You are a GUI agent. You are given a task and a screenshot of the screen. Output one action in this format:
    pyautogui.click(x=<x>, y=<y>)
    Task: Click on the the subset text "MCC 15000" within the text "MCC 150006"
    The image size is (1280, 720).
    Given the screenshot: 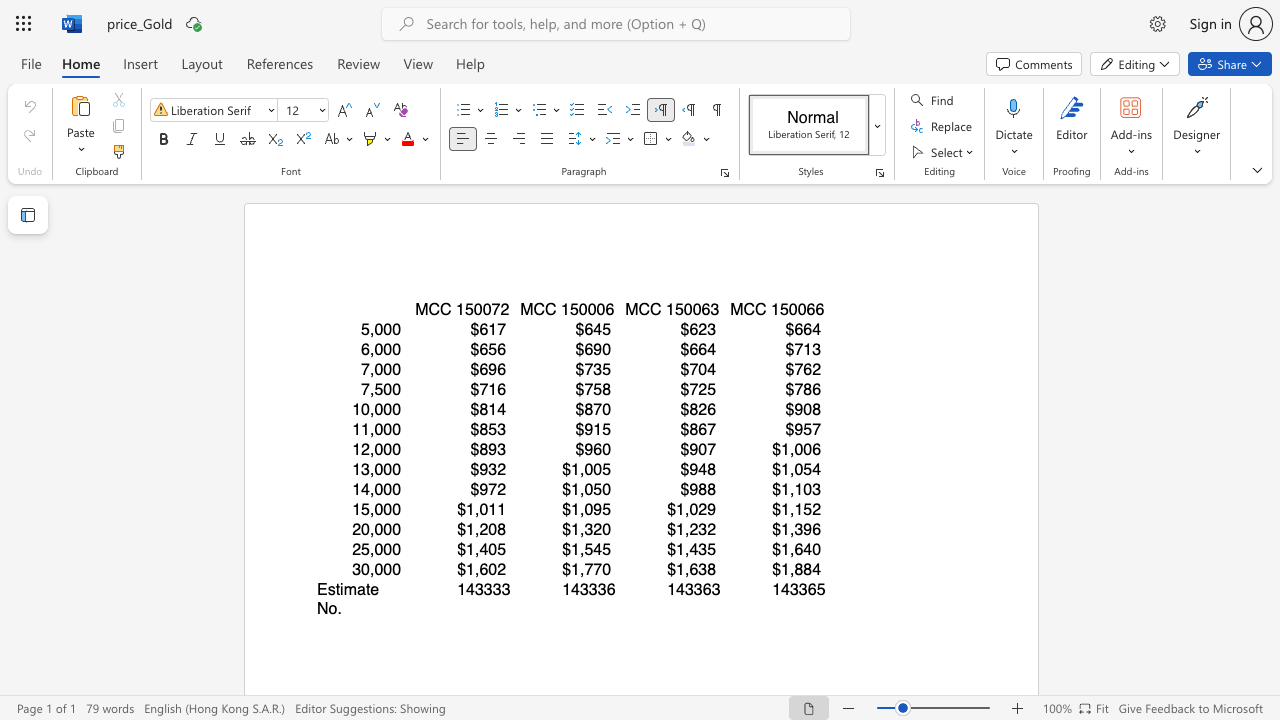 What is the action you would take?
    pyautogui.click(x=520, y=309)
    